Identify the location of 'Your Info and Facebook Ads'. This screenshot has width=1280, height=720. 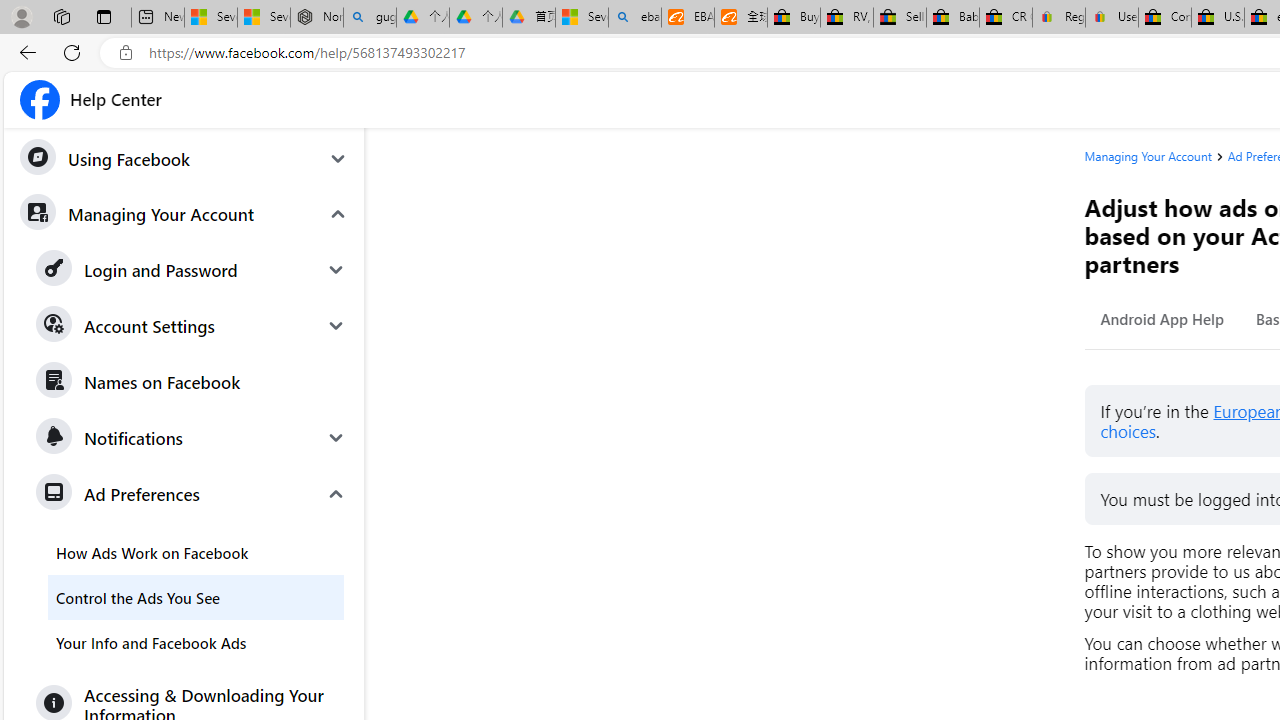
(196, 642).